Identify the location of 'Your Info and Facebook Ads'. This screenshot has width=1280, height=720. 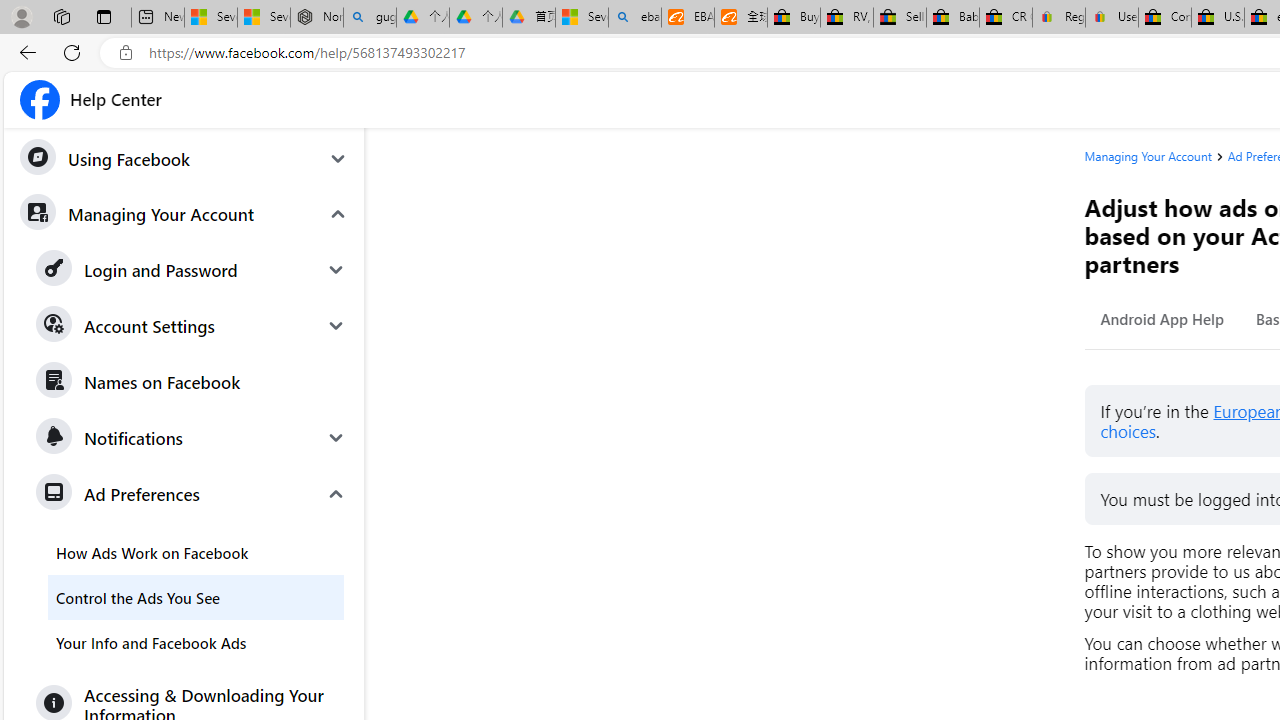
(196, 642).